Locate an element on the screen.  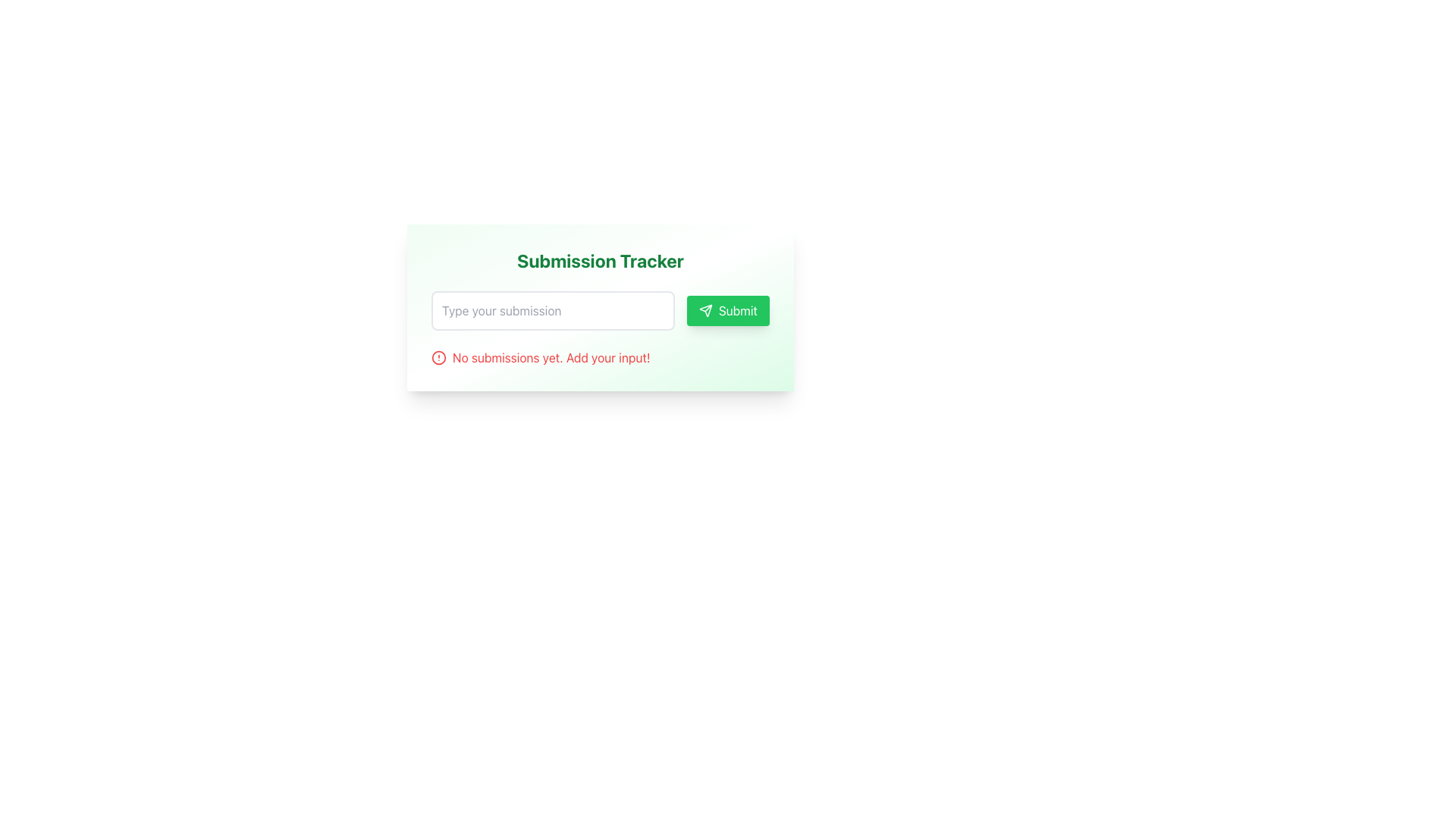
the text input field with placeholder 'Type your submission' to focus on it is located at coordinates (552, 309).